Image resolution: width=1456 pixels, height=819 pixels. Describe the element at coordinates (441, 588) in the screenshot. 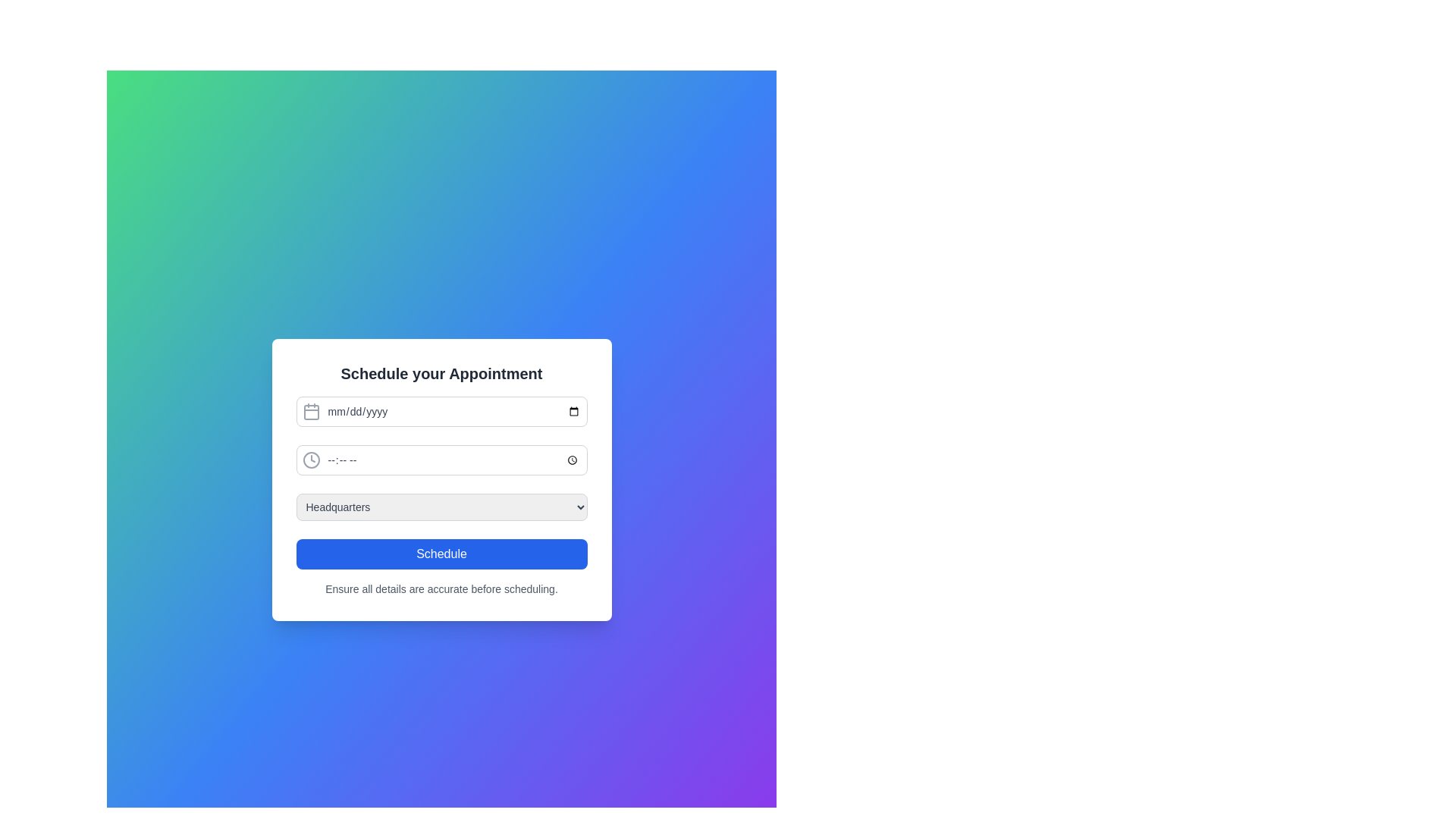

I see `instructional text element that specifies 'Ensure all details are accurate before scheduling.', which is located at the bottom of the appointment scheduling form, beneath the 'Schedule' button` at that location.